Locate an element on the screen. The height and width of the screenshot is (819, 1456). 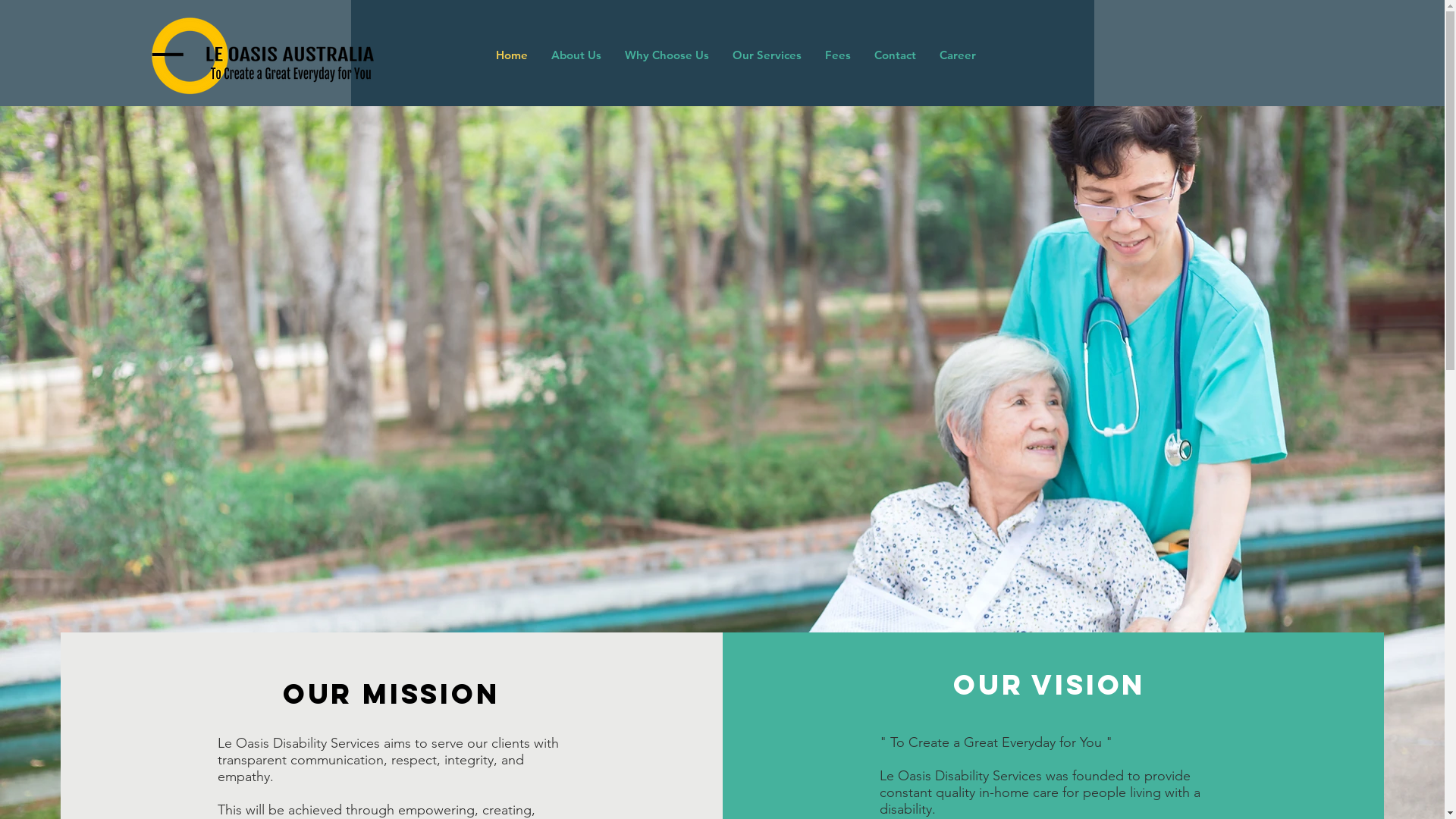
'Home' is located at coordinates (483, 55).